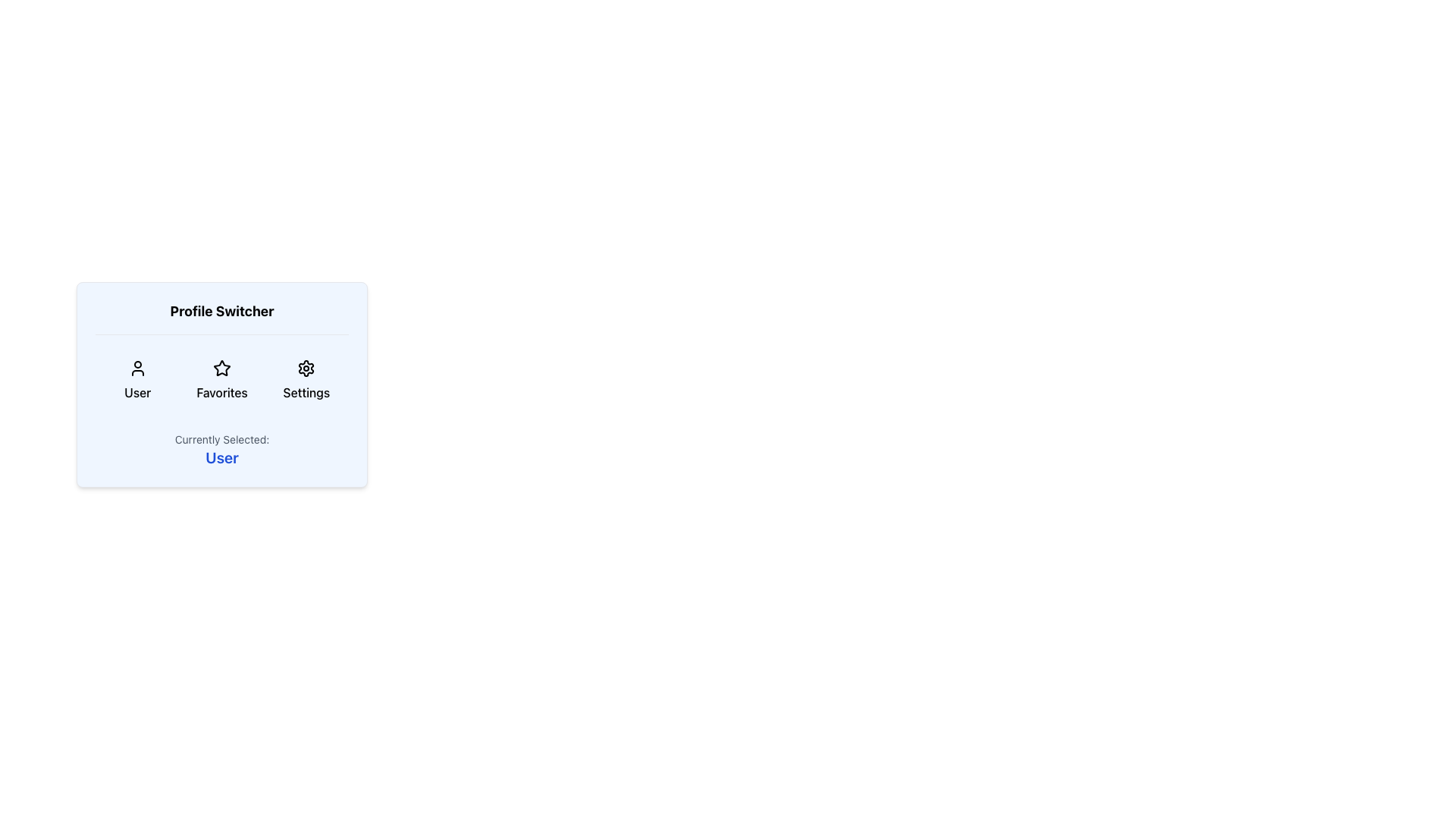 The width and height of the screenshot is (1456, 819). I want to click on the 'Favorites' icon/button located in the center of a horizontal group of three icons, positioned below the 'Profile Switcher' header and above the 'Currently Selected: User' text, to interact with the Favorites feature, so click(221, 368).